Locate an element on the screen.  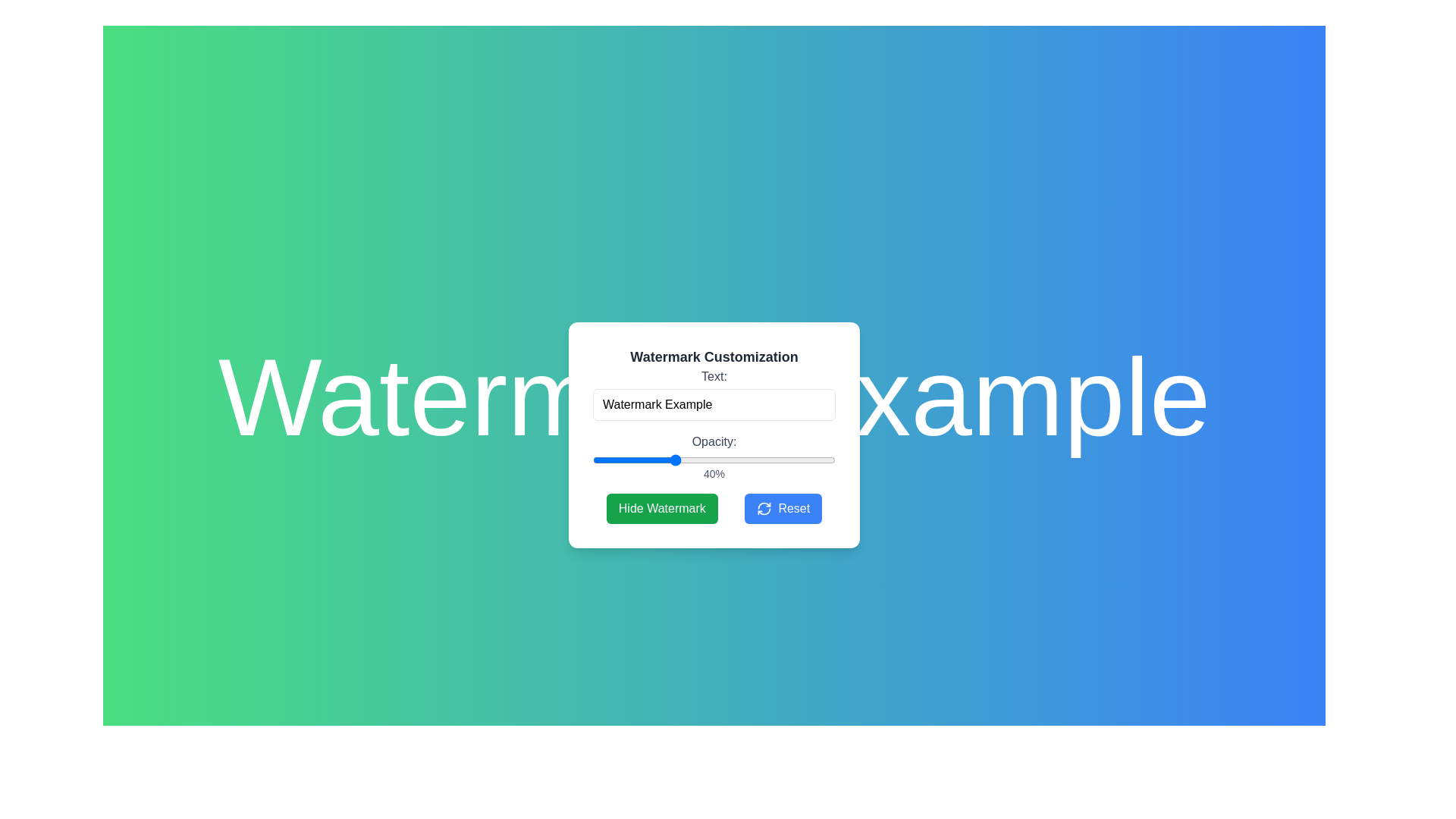
opacity is located at coordinates (667, 459).